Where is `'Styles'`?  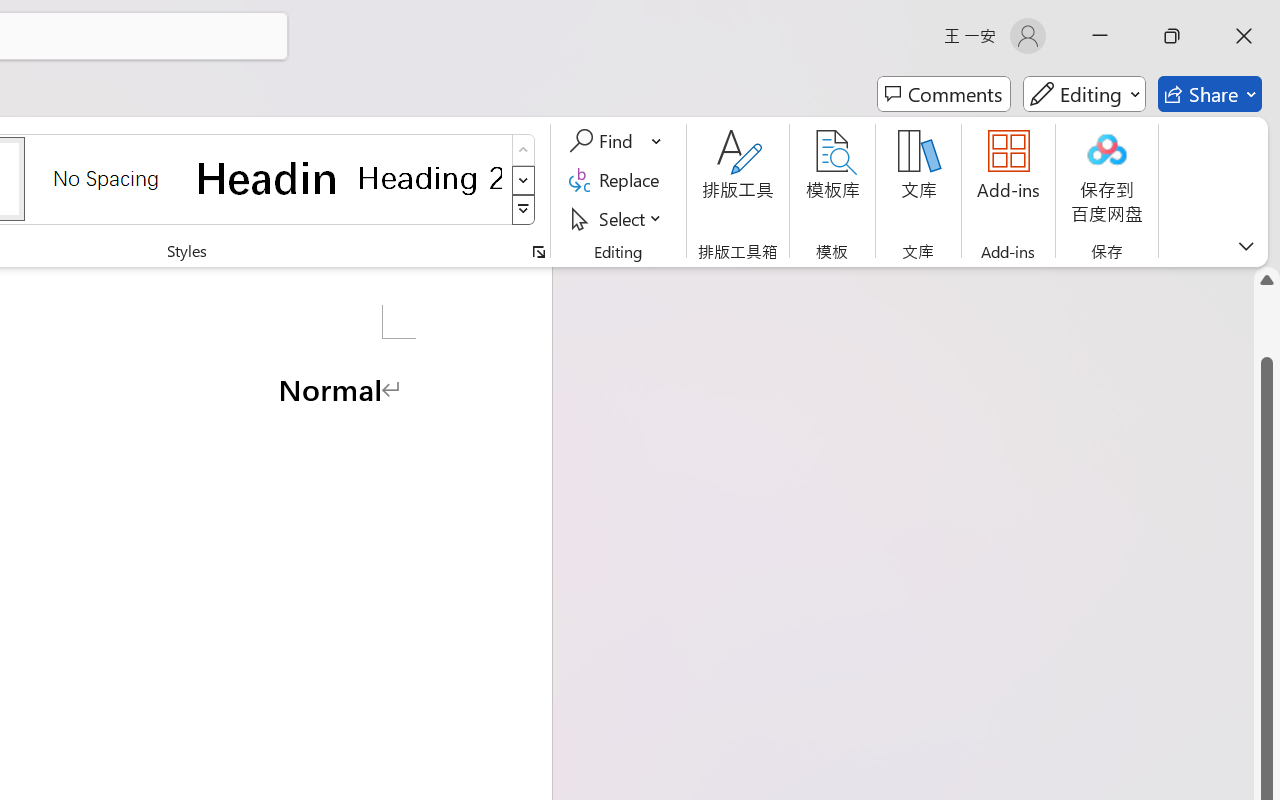 'Styles' is located at coordinates (523, 210).